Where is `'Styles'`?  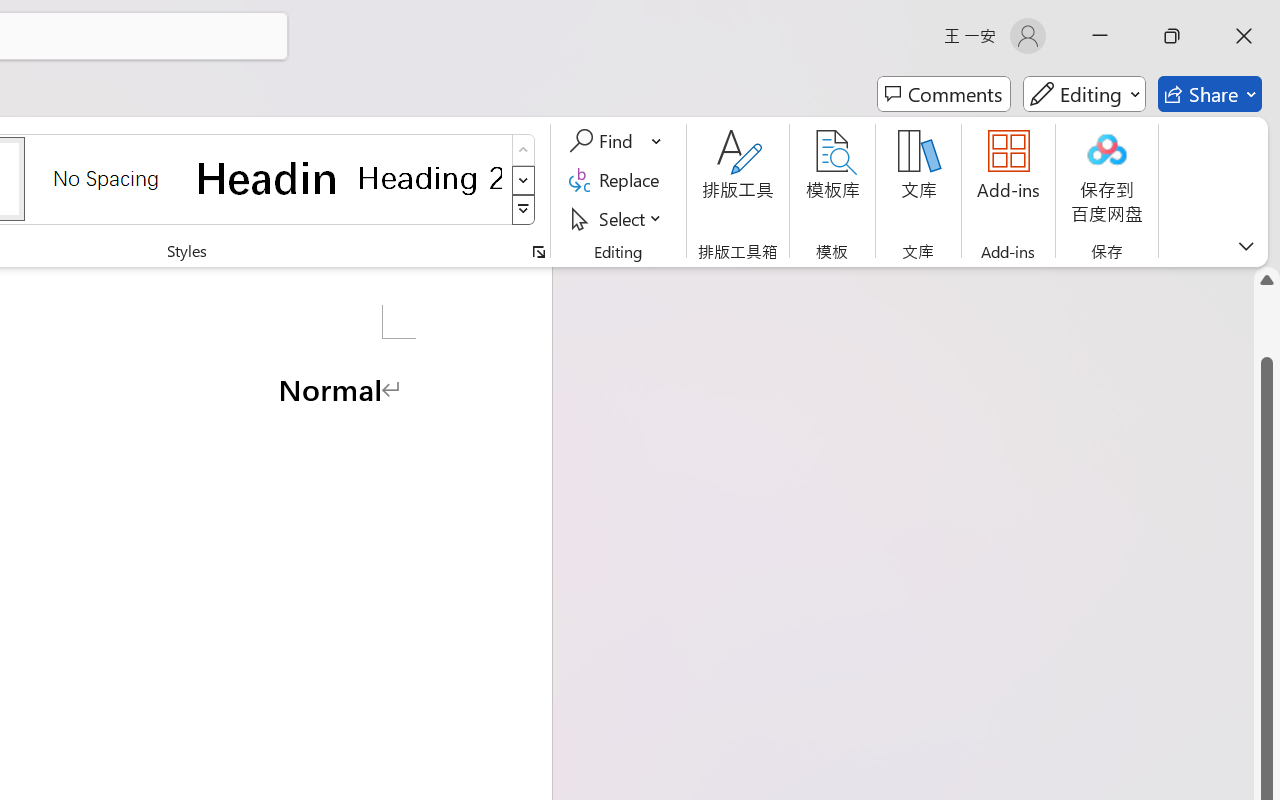 'Styles' is located at coordinates (523, 210).